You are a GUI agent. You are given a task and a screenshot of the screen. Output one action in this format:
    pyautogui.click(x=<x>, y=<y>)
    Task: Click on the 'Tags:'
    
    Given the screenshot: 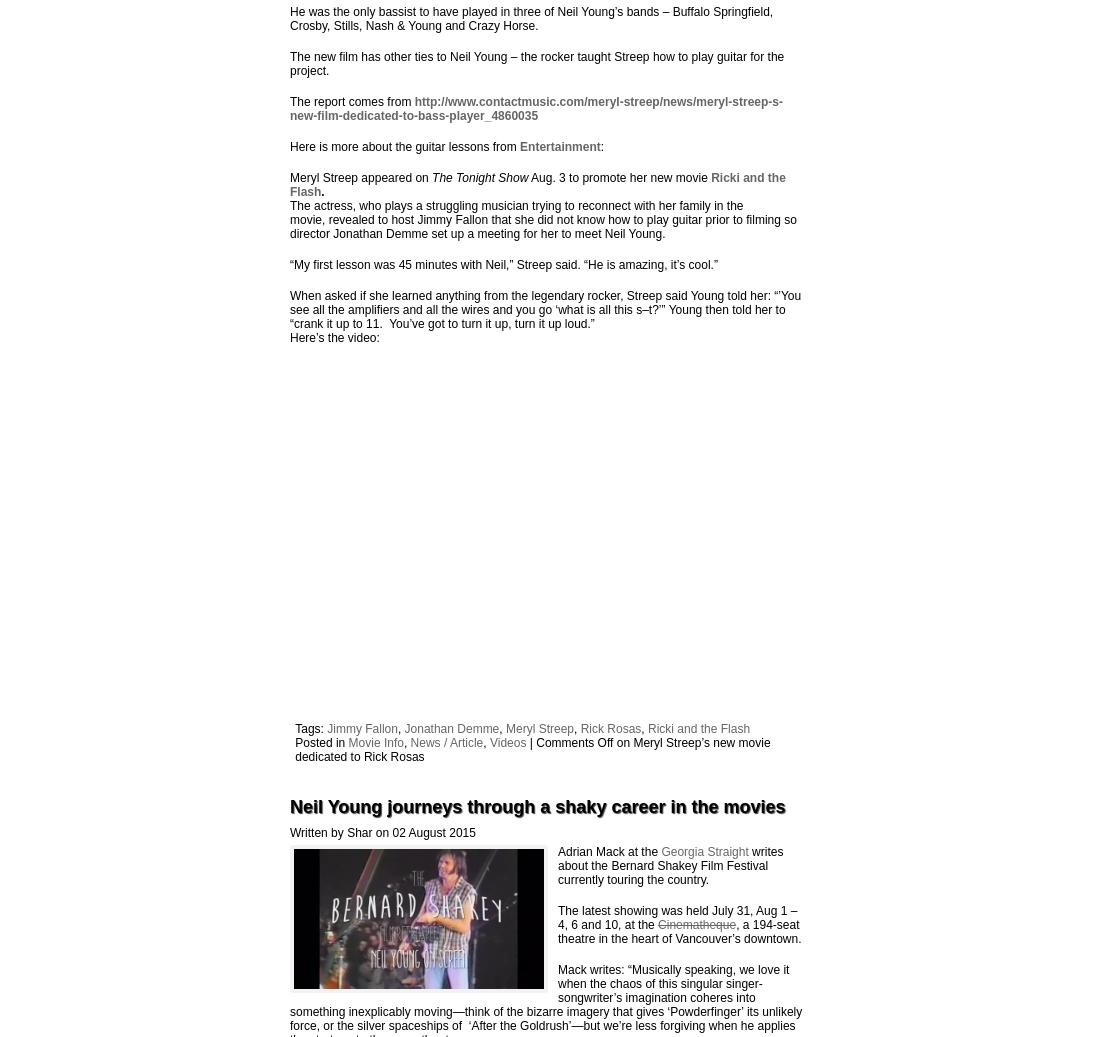 What is the action you would take?
    pyautogui.click(x=309, y=727)
    